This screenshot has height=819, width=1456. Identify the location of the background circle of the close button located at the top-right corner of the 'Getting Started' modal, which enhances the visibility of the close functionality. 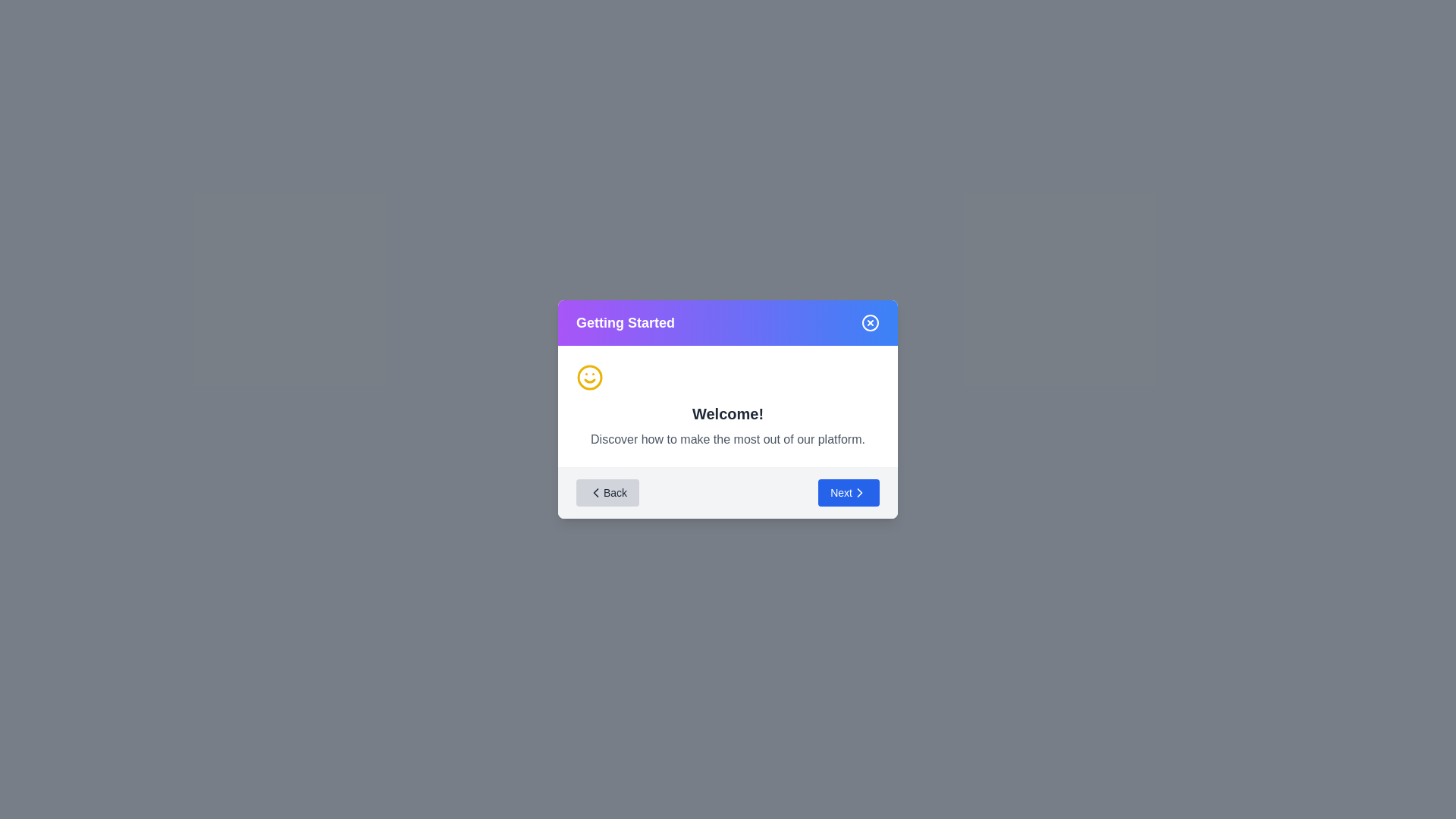
(870, 322).